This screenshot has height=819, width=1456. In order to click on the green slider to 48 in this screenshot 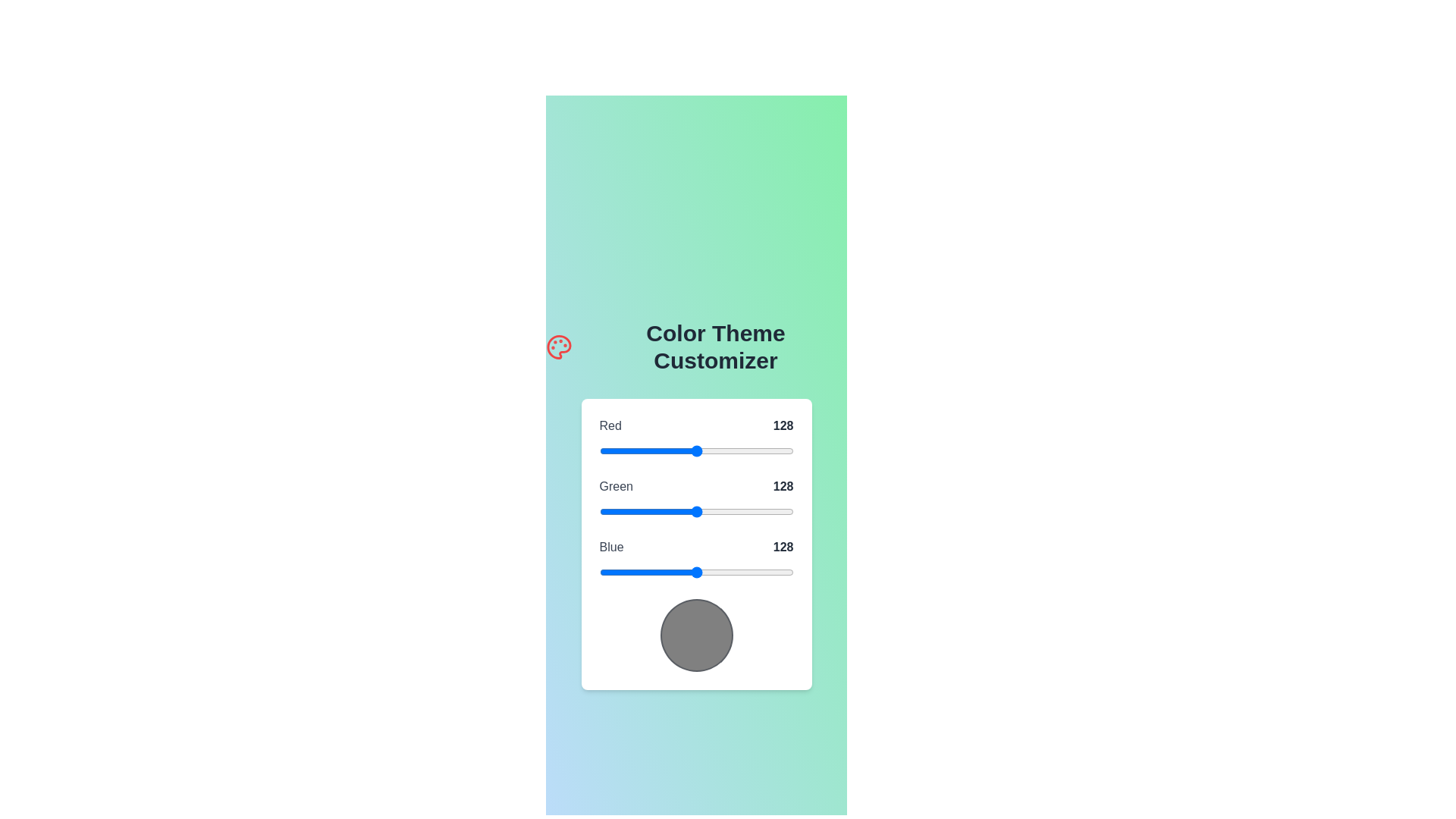, I will do `click(635, 512)`.